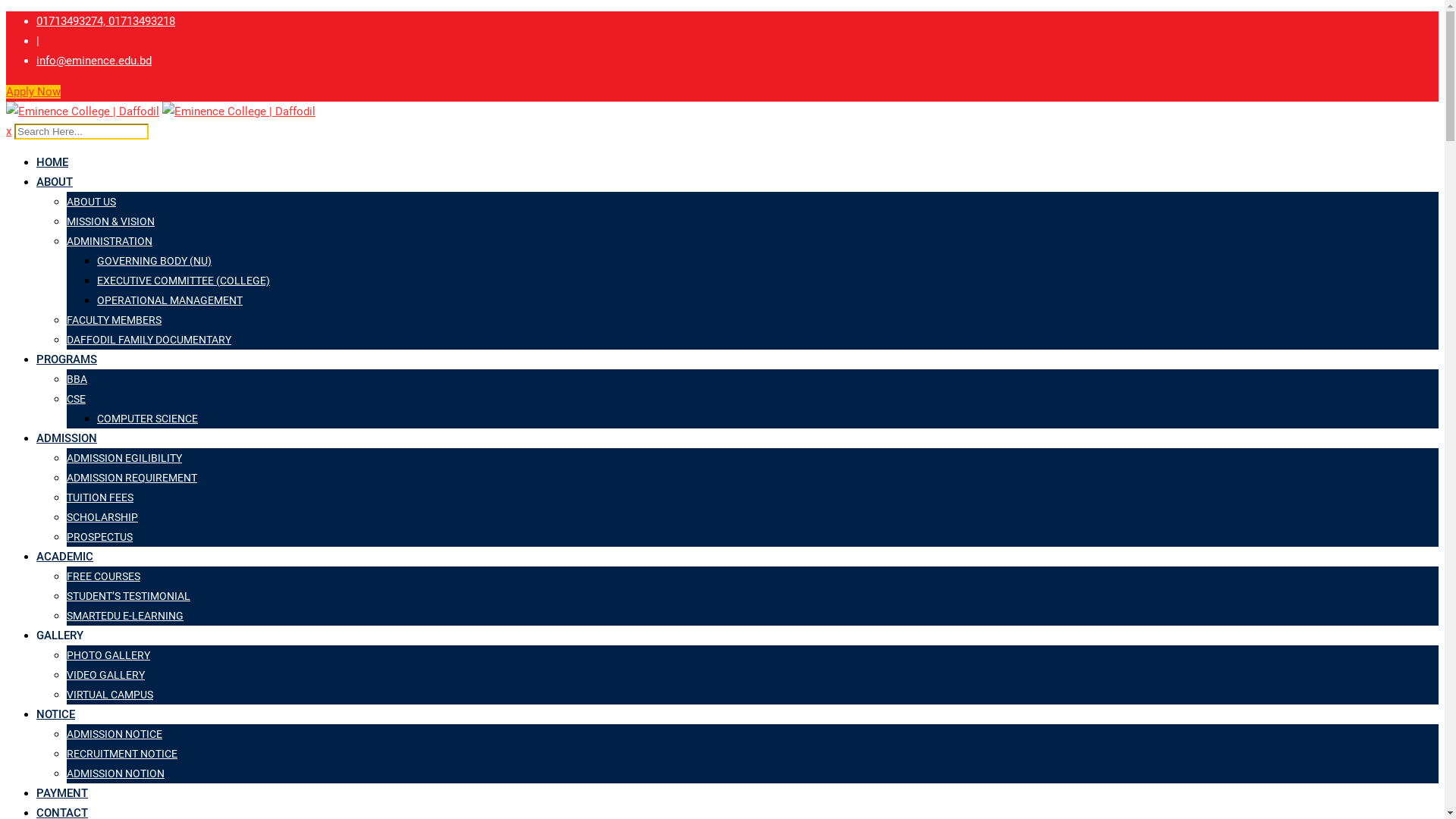 The height and width of the screenshot is (819, 1456). I want to click on 'ADMISSION NOTION', so click(115, 773).